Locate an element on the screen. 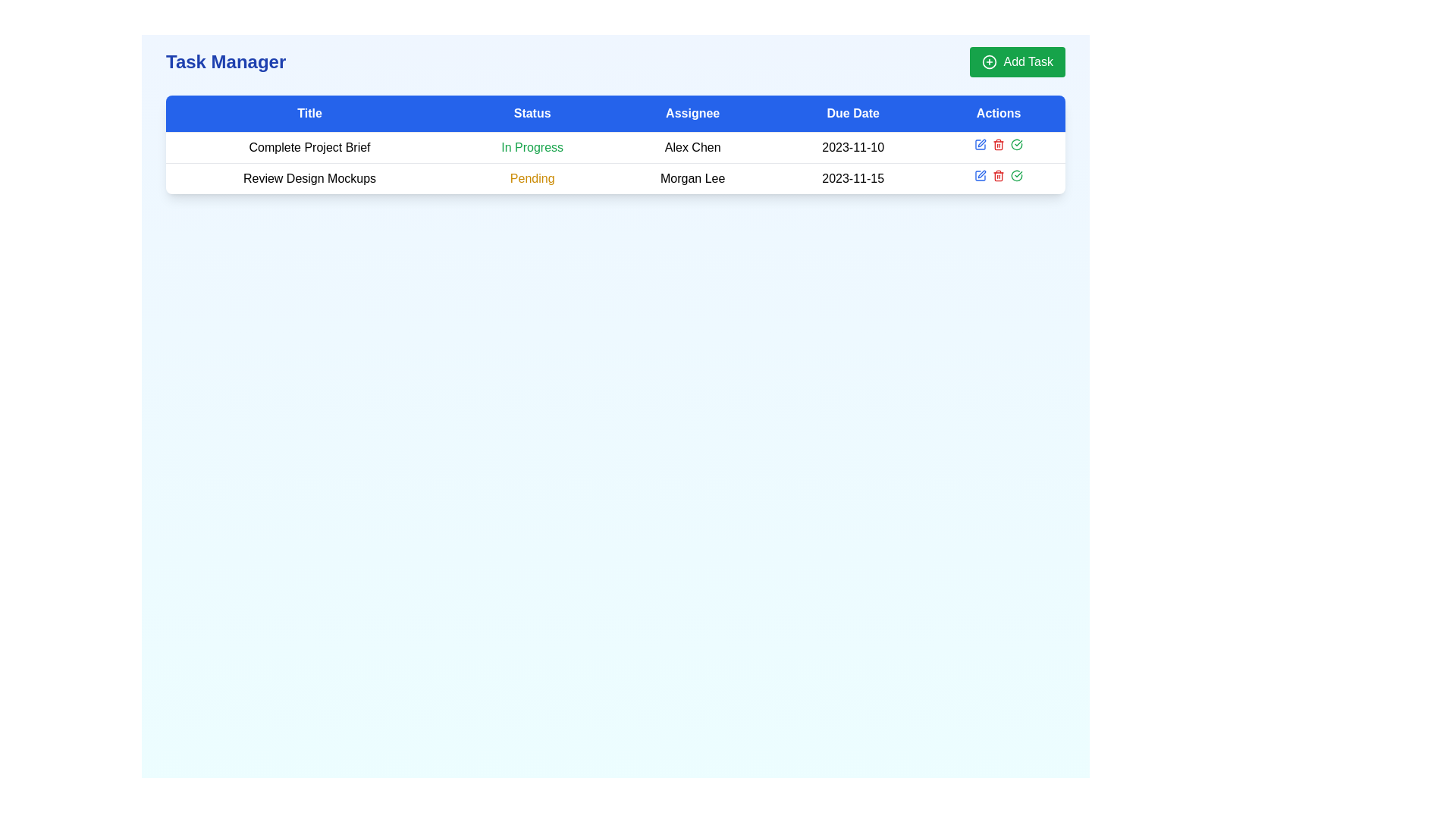 The image size is (1456, 819). the text label indicating the current status of the task as 'Pending', located under the 'Status' column in the task management table is located at coordinates (532, 177).